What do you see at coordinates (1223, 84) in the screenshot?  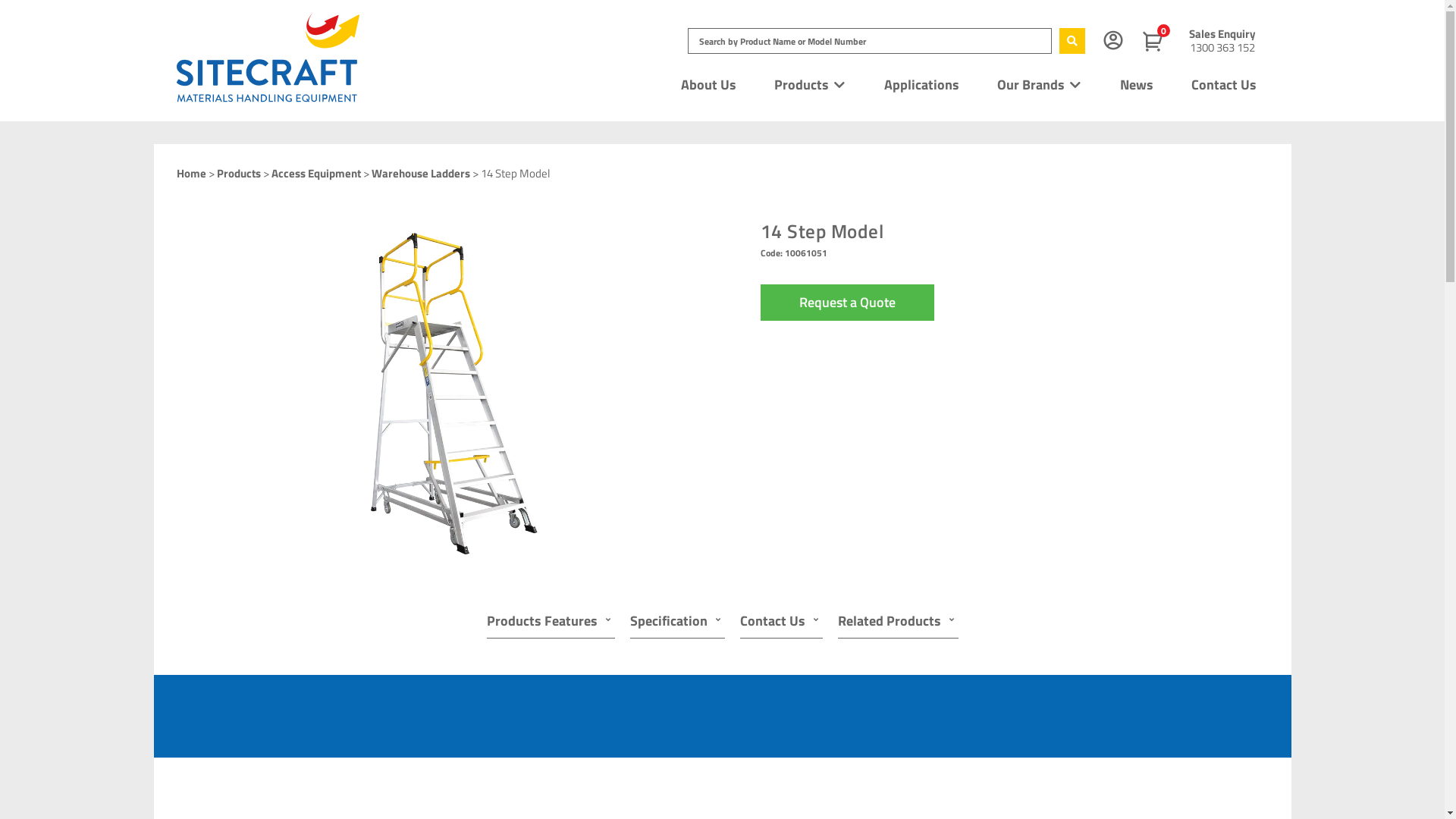 I see `'Contact Us'` at bounding box center [1223, 84].